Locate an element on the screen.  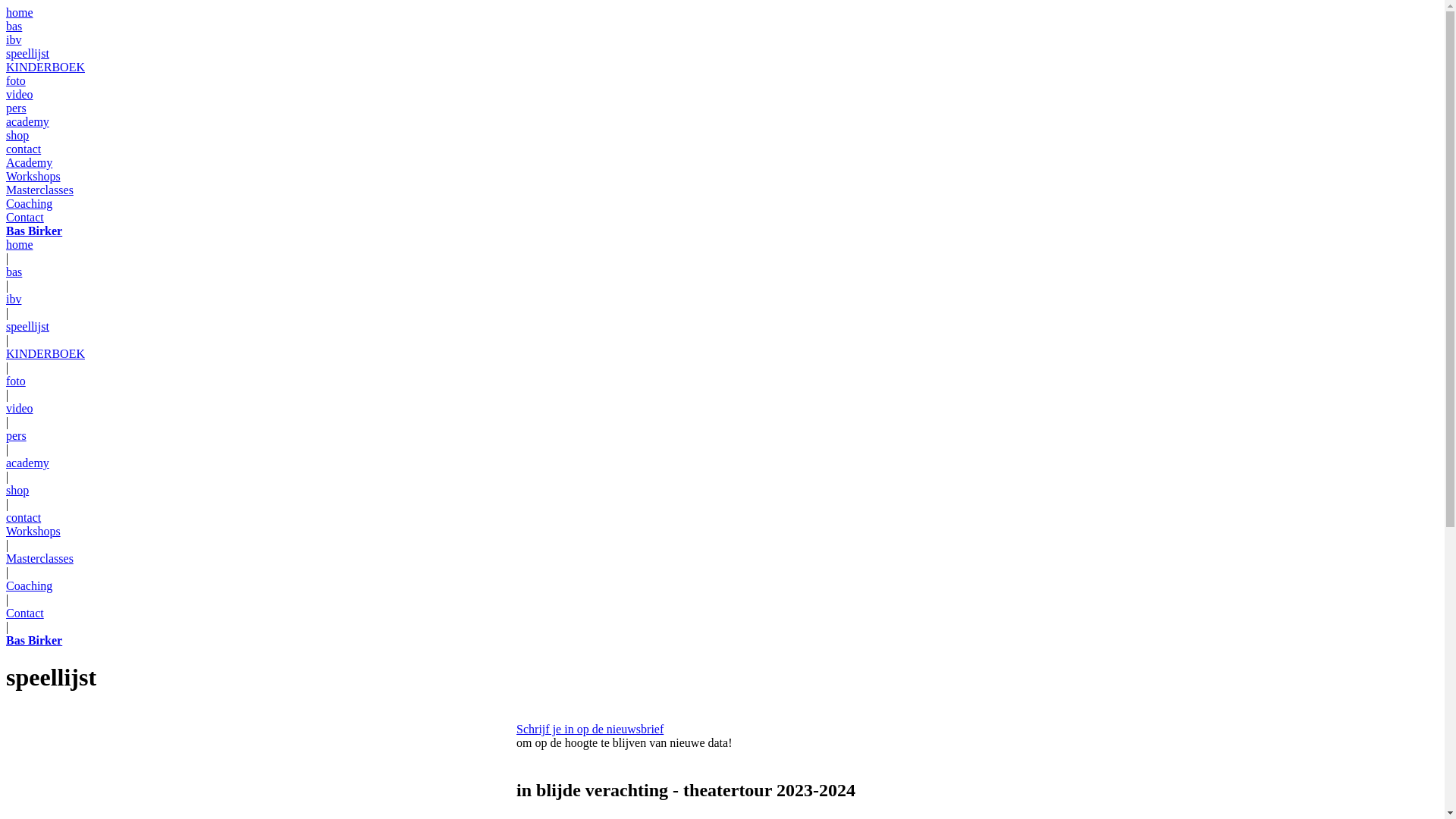
'speellijst' is located at coordinates (27, 52).